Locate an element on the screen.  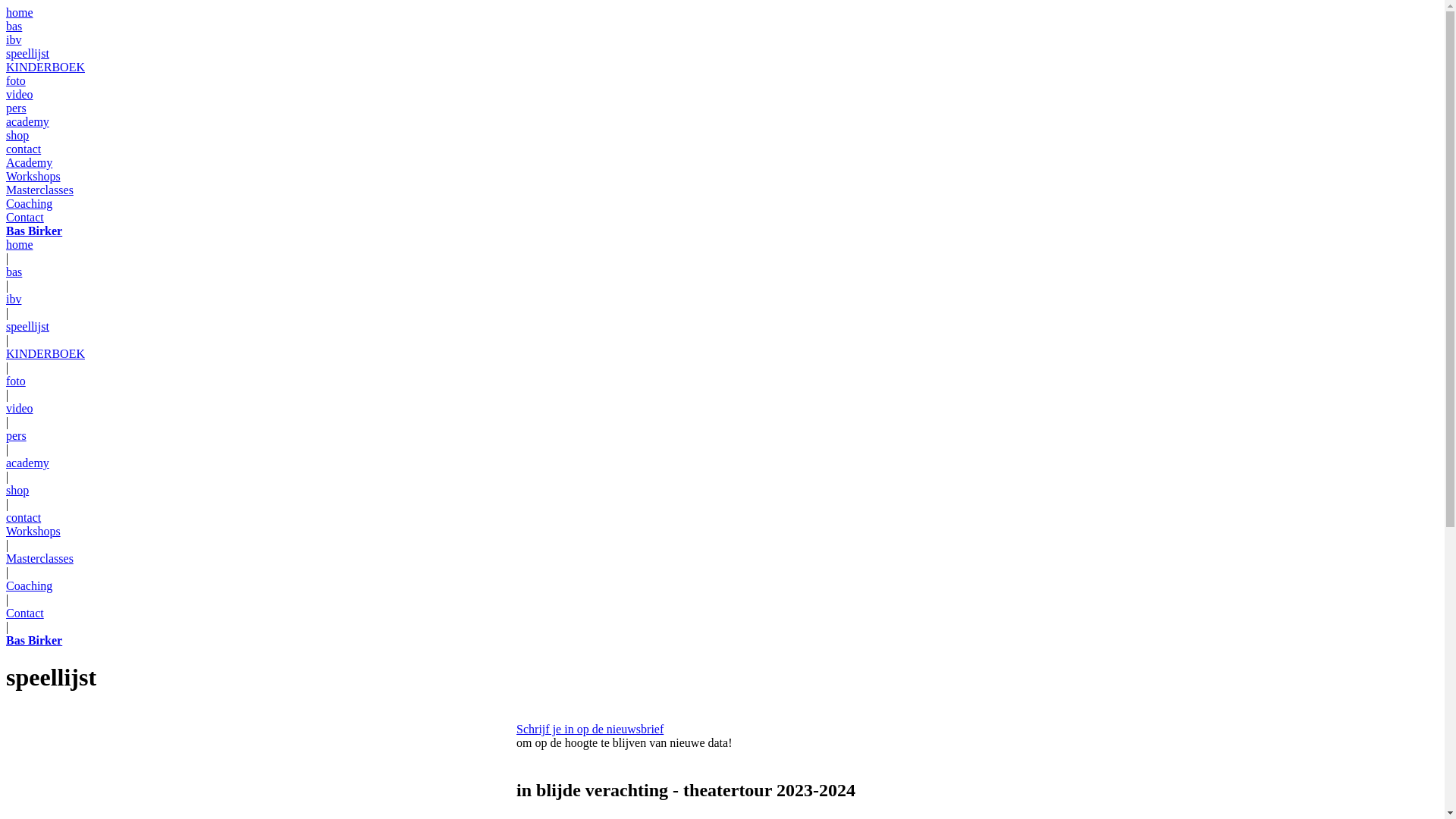
'speellijst' is located at coordinates (27, 52).